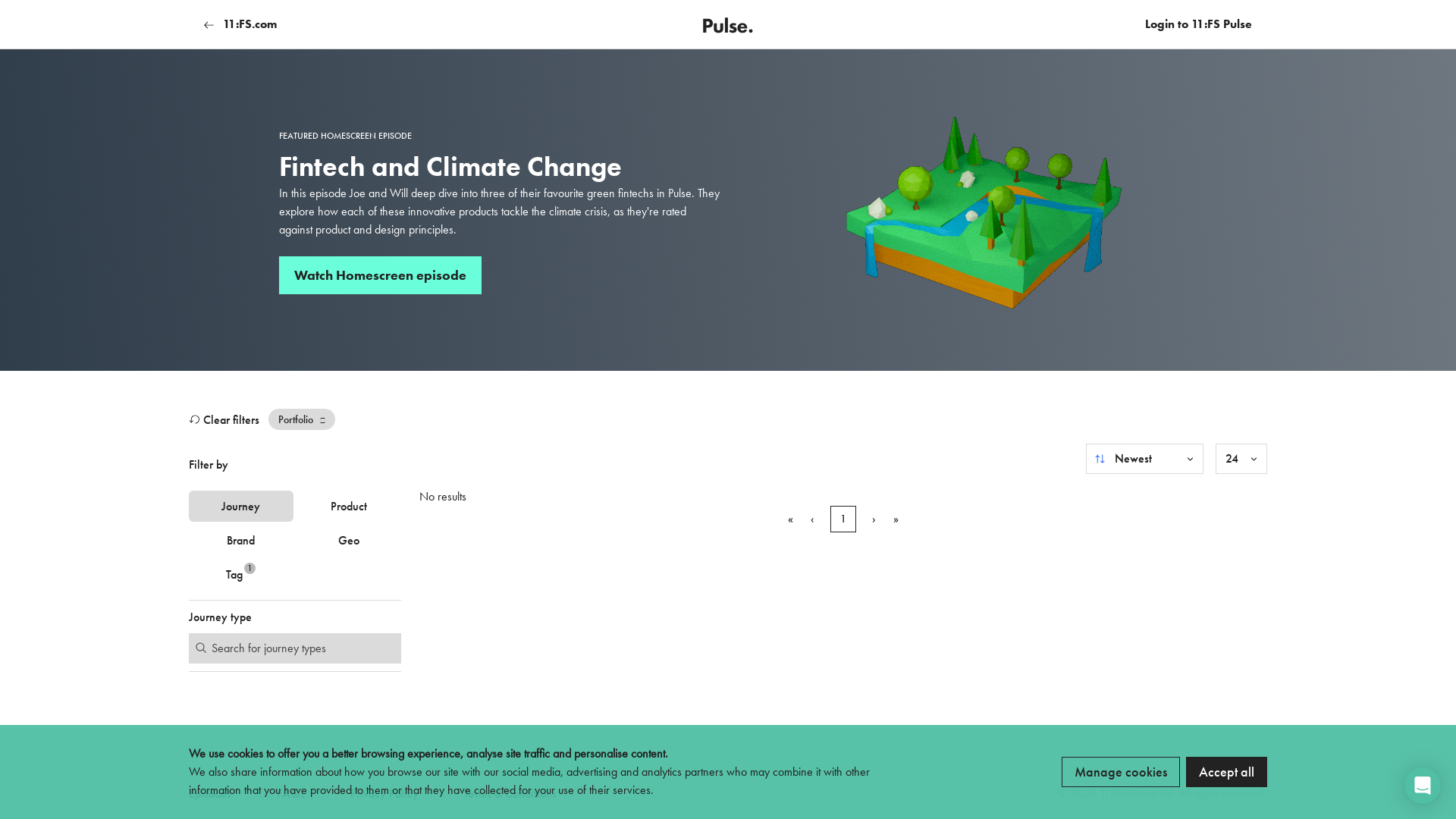 The image size is (1456, 819). Describe the element at coordinates (188, 574) in the screenshot. I see `'Tag` at that location.